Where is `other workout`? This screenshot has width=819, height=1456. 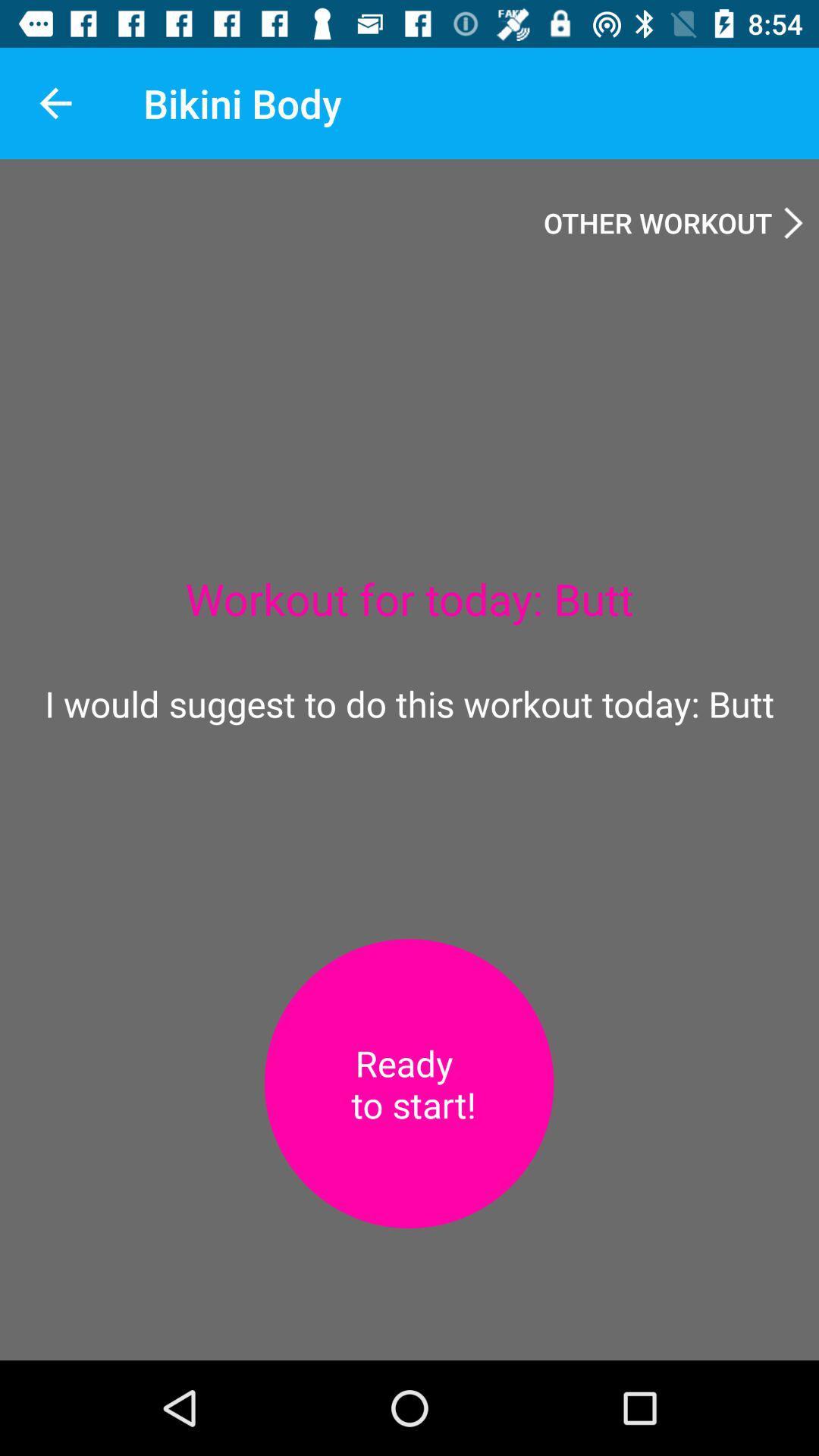
other workout is located at coordinates (672, 221).